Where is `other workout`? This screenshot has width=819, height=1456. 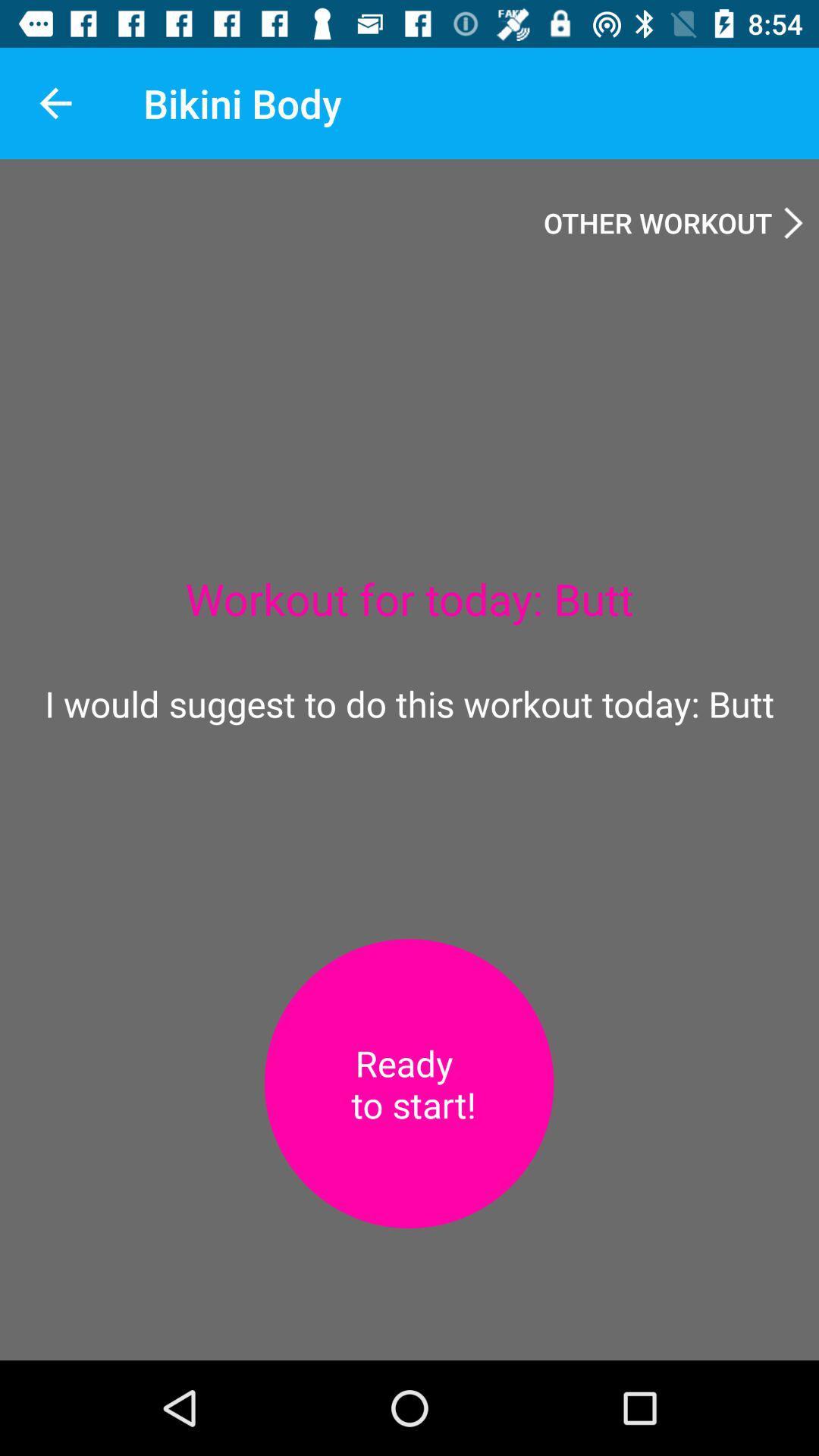
other workout is located at coordinates (672, 221).